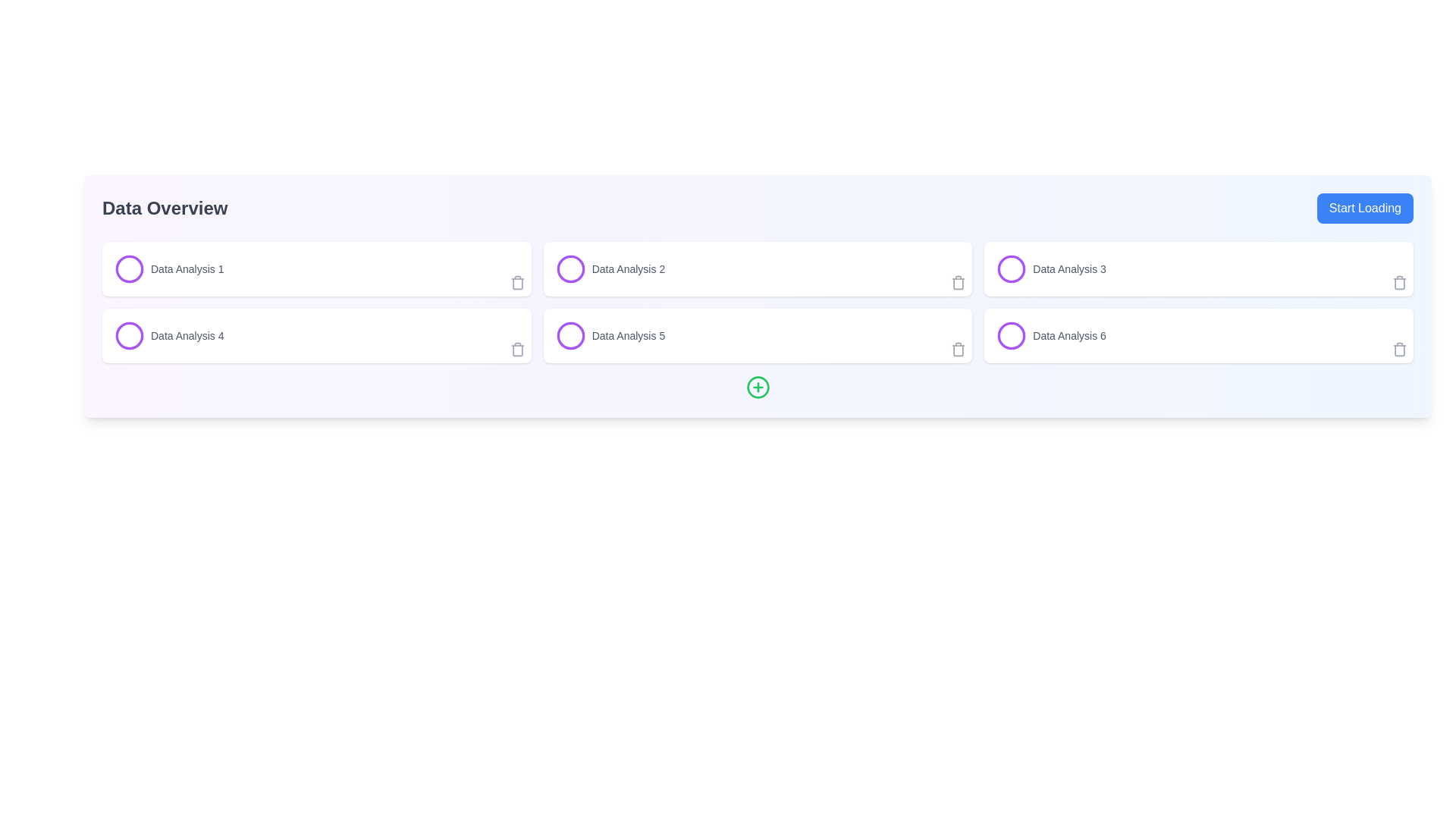 The width and height of the screenshot is (1456, 819). Describe the element at coordinates (1012, 335) in the screenshot. I see `the SVG circle element located in the bottom-right position of the grid, adjacent to the text label 'Data Analysis 6', to emphasize it` at that location.